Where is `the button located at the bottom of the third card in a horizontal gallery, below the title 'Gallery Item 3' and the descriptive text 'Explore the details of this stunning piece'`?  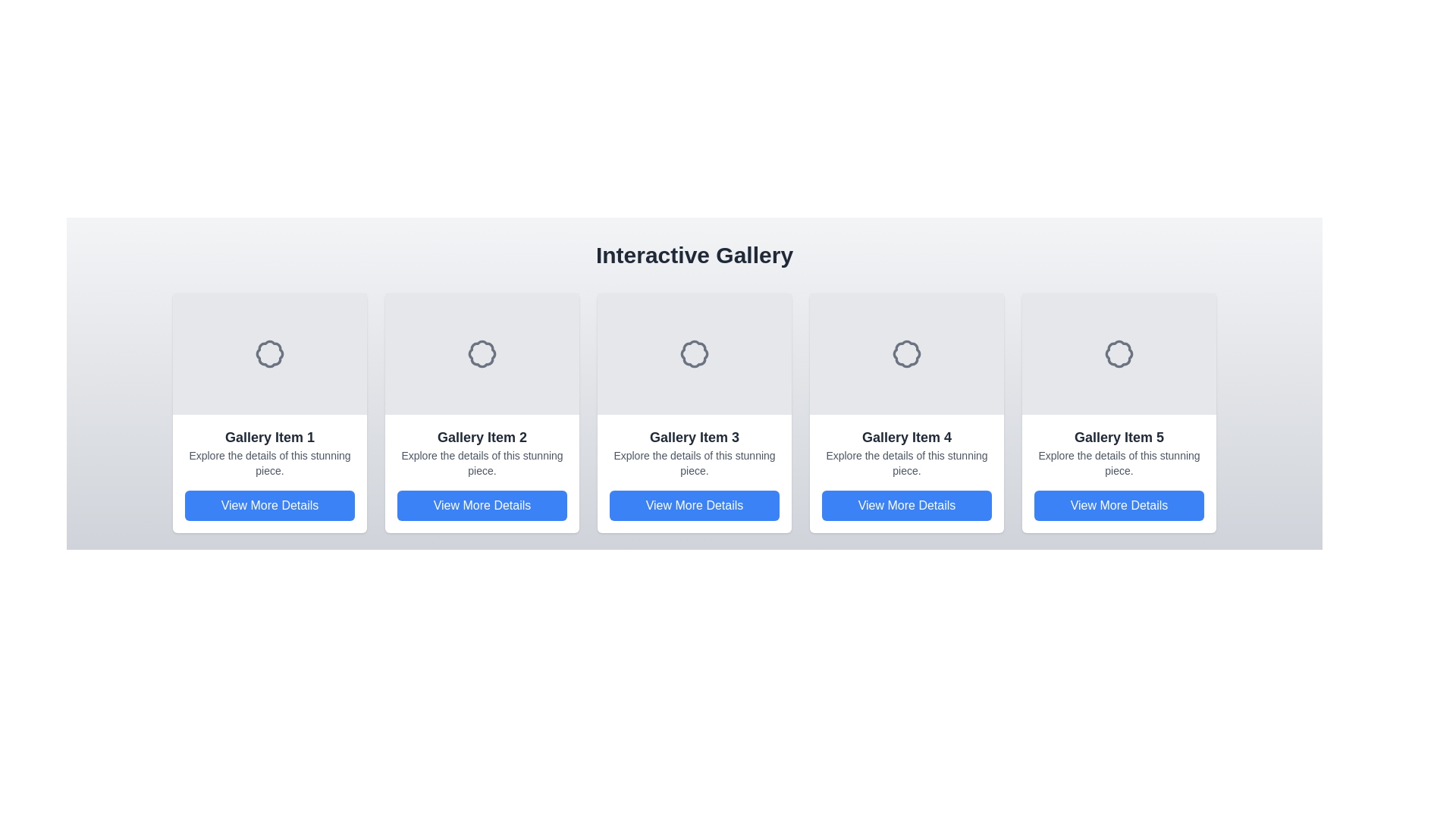 the button located at the bottom of the third card in a horizontal gallery, below the title 'Gallery Item 3' and the descriptive text 'Explore the details of this stunning piece' is located at coordinates (694, 506).